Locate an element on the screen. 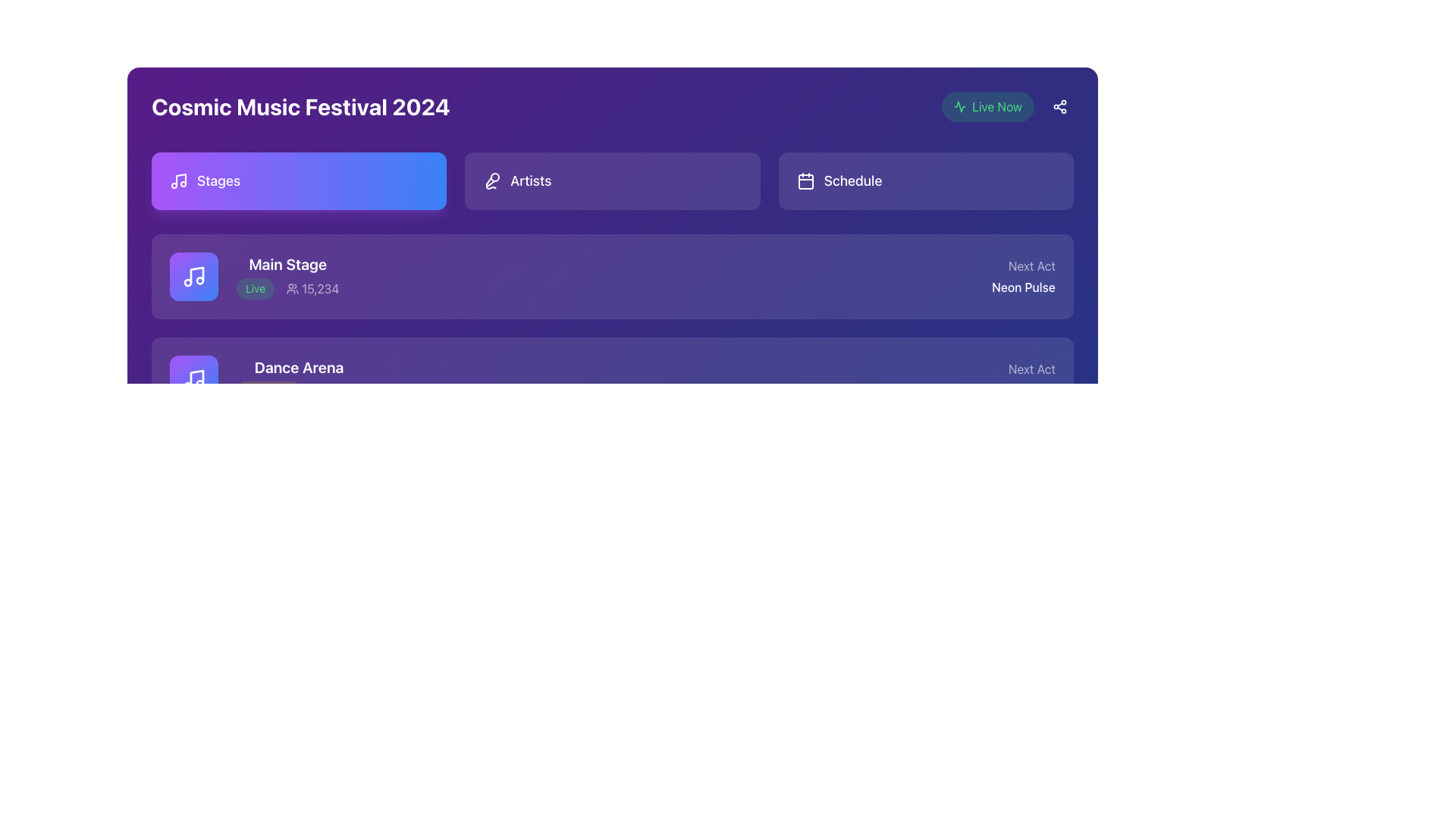  the music note icon, which is an outline drawing in white against a gradient background is located at coordinates (193, 379).